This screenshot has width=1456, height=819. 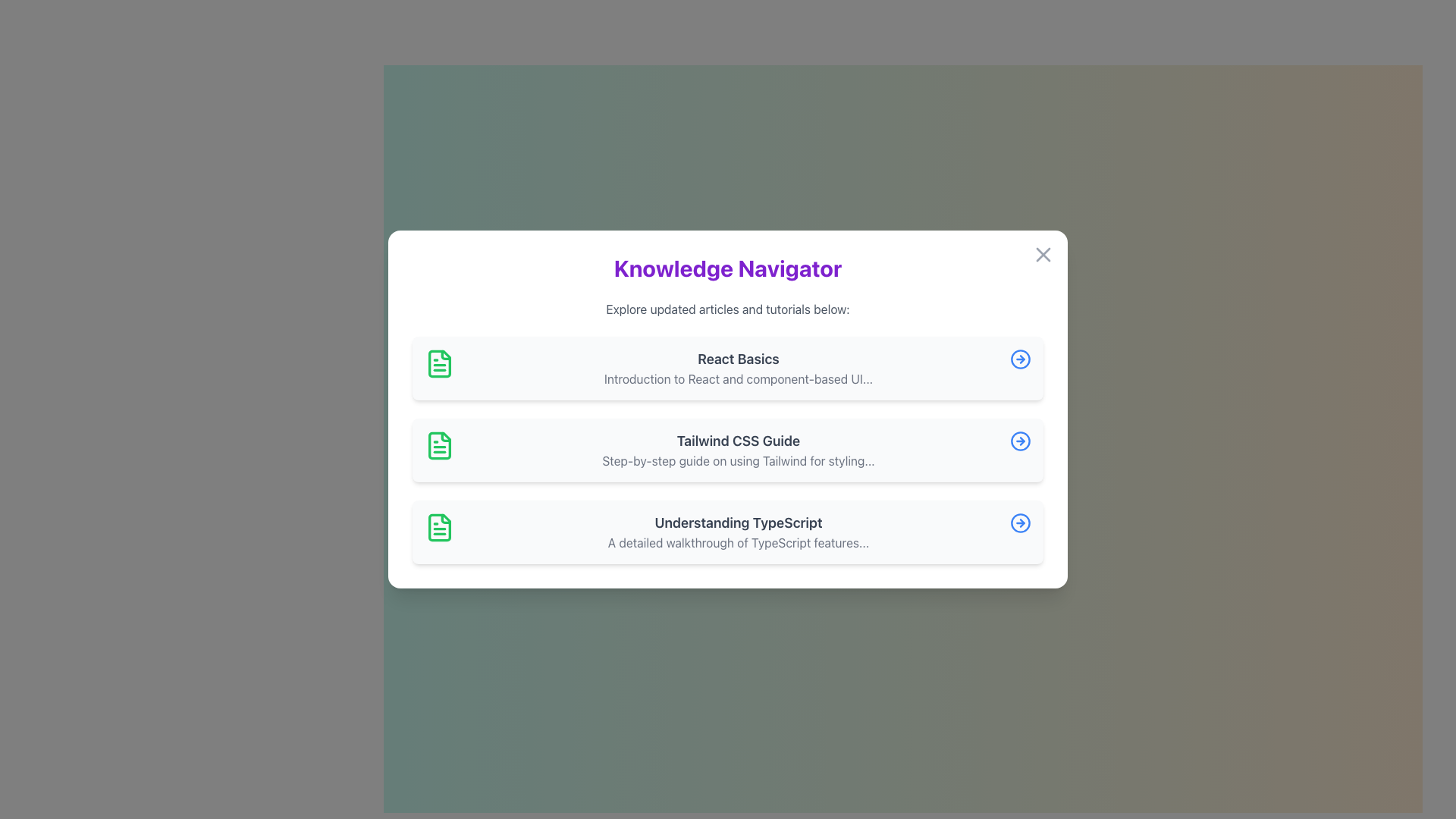 I want to click on the text block titled 'React Basics' within the card component, so click(x=739, y=369).